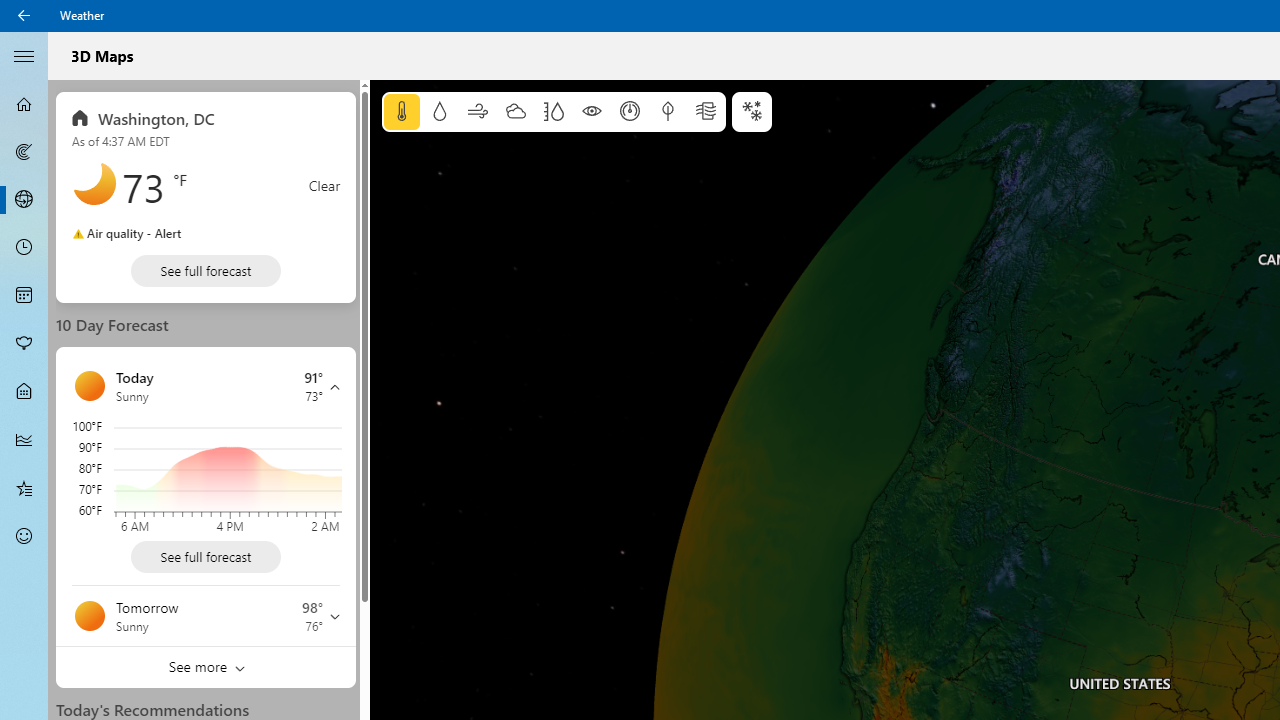 The height and width of the screenshot is (720, 1280). What do you see at coordinates (24, 150) in the screenshot?
I see `'Maps - Not Selected'` at bounding box center [24, 150].